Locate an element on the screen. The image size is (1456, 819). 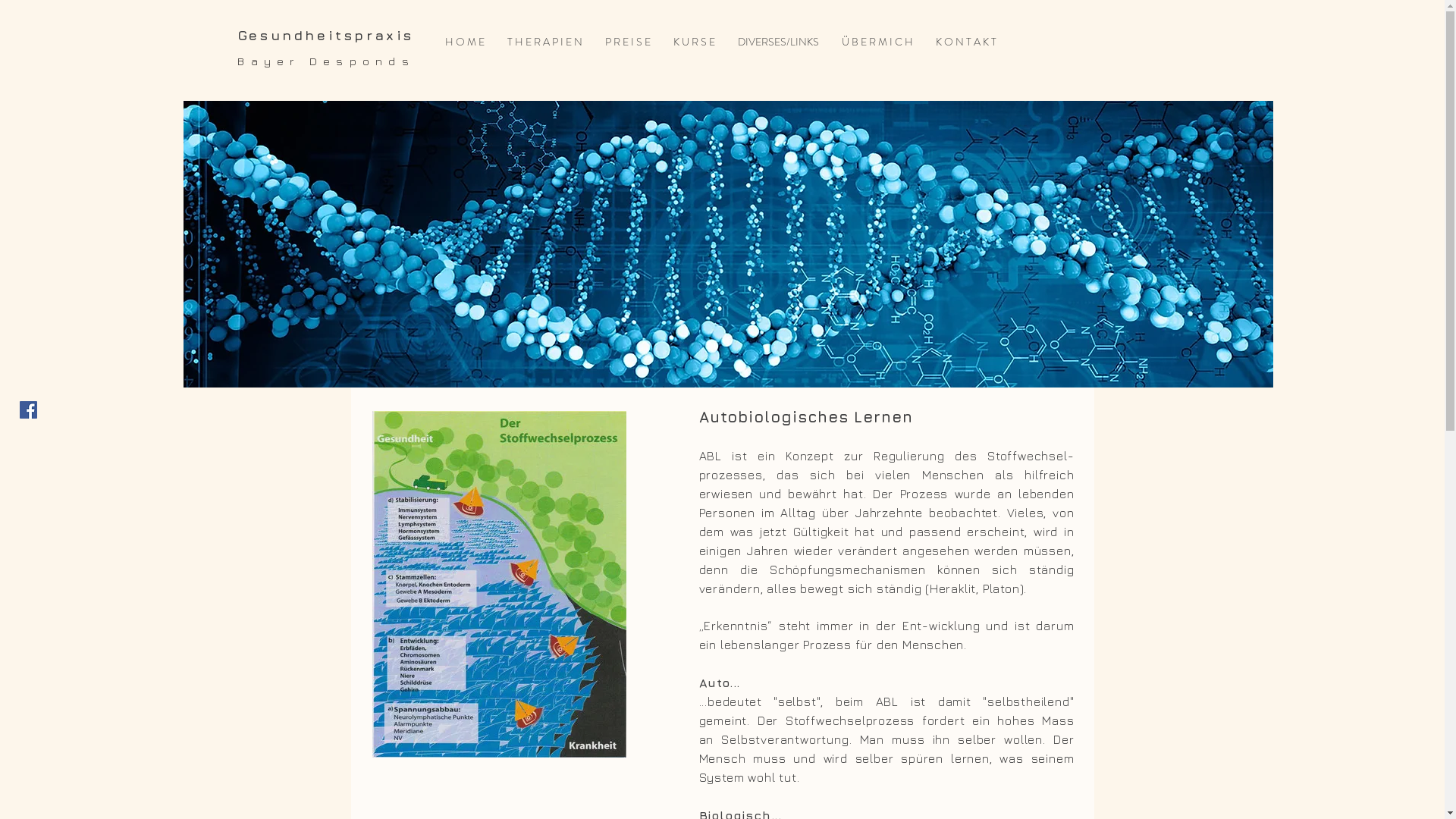
'DIVERSES/LINKS' is located at coordinates (778, 41).